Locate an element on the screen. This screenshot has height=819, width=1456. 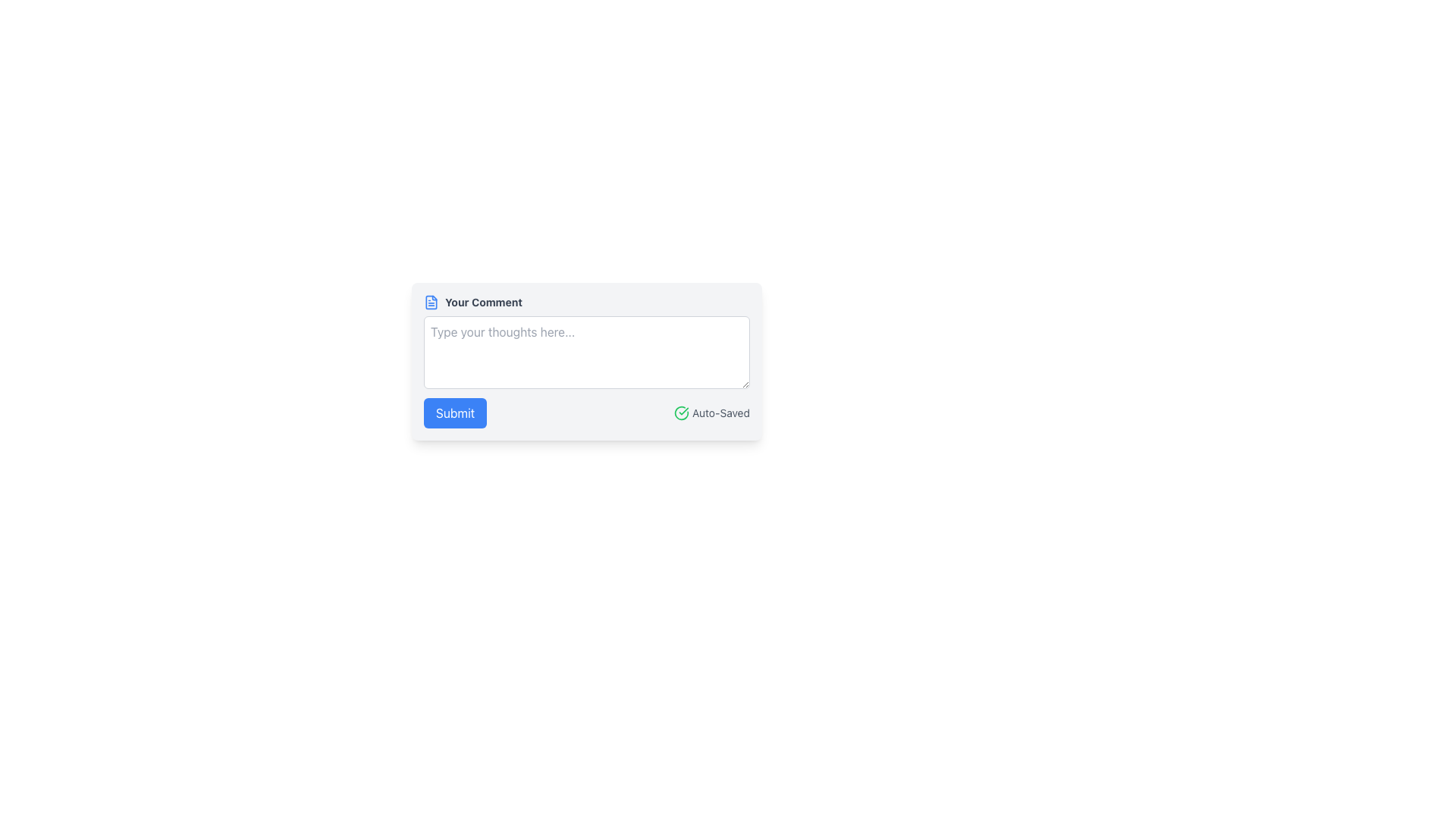
the document icon located to the far left of the 'Your Comment' label, which serves as an informational or decorative icon in the comment section is located at coordinates (431, 302).